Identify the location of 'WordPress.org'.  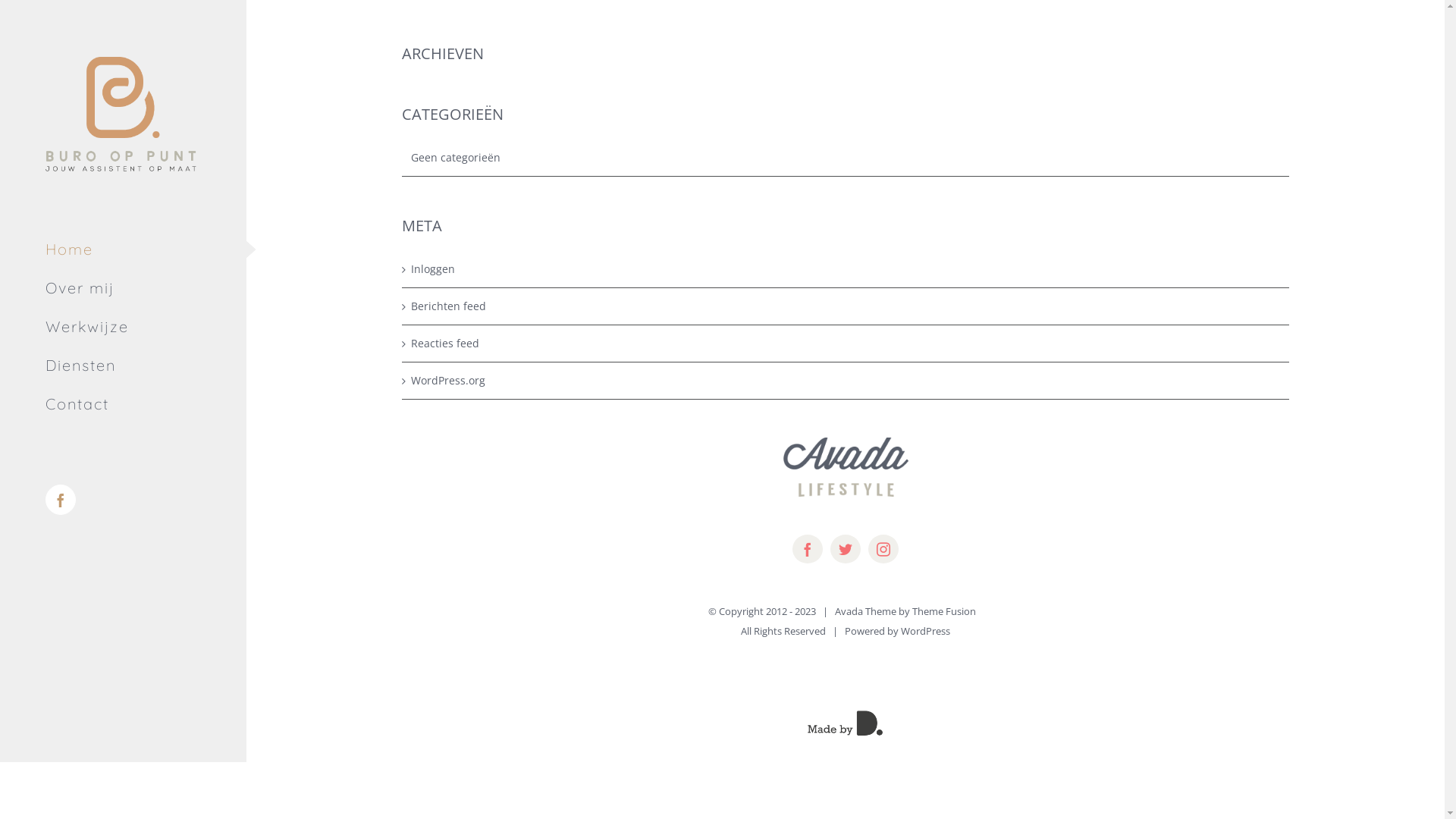
(411, 379).